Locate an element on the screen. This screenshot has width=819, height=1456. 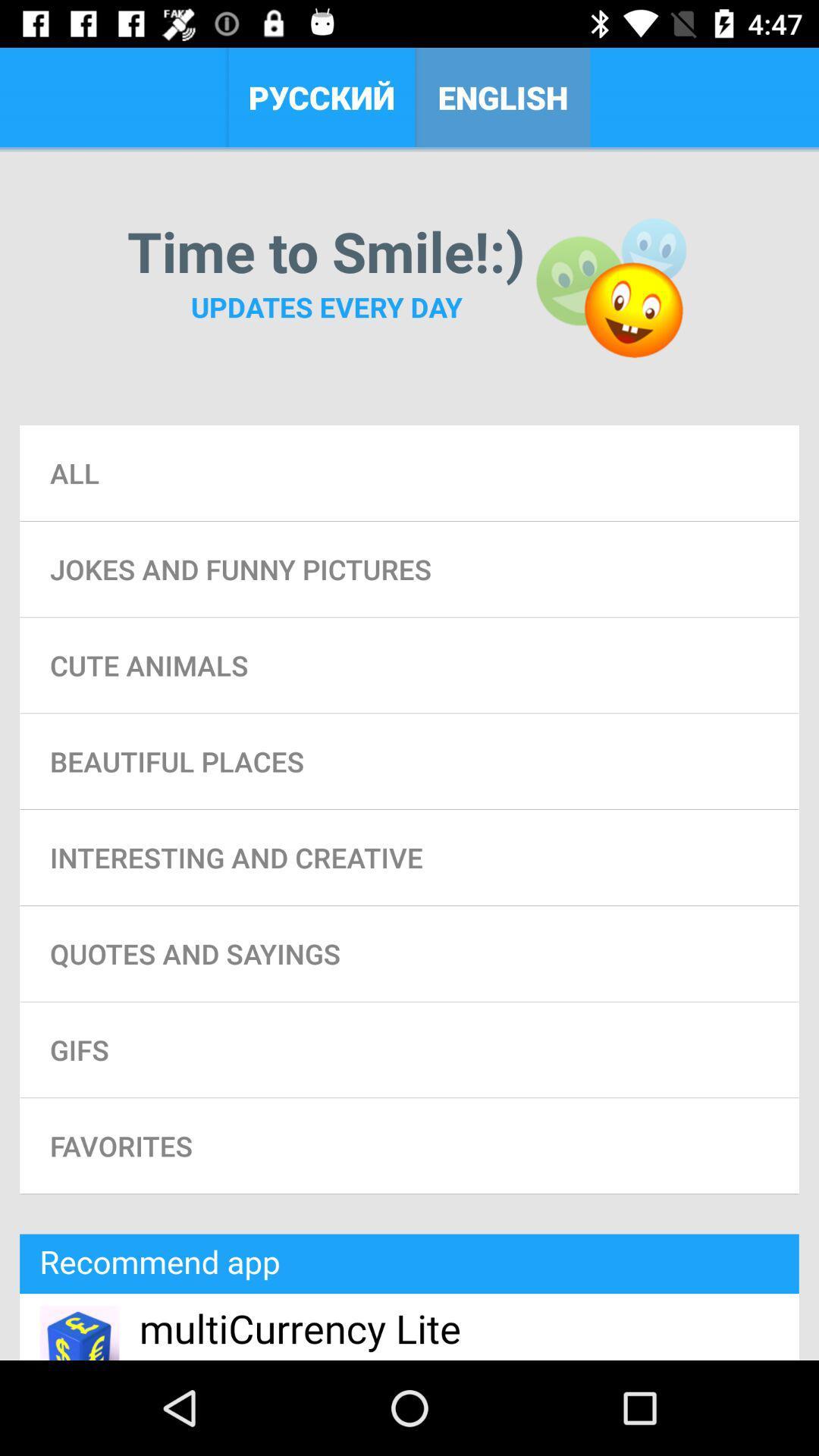
icon above cute animals icon is located at coordinates (409, 568).